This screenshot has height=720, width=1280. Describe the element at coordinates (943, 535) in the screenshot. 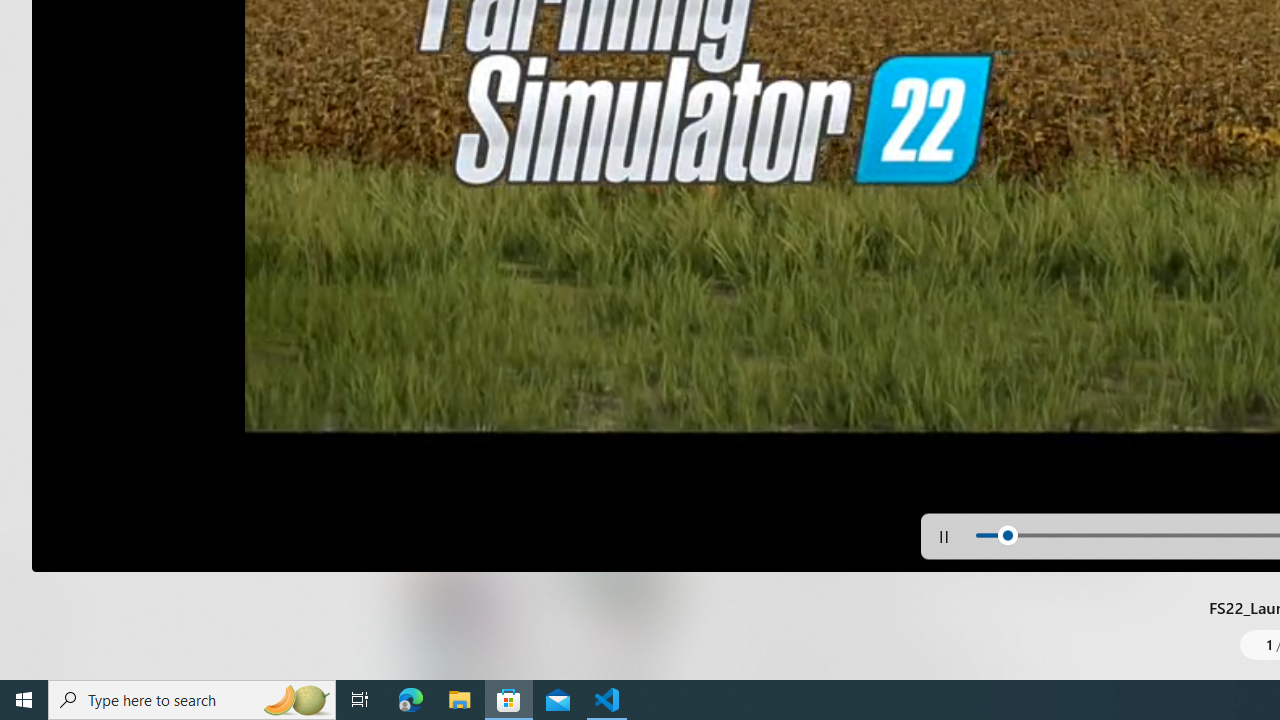

I see `'Pause'` at that location.